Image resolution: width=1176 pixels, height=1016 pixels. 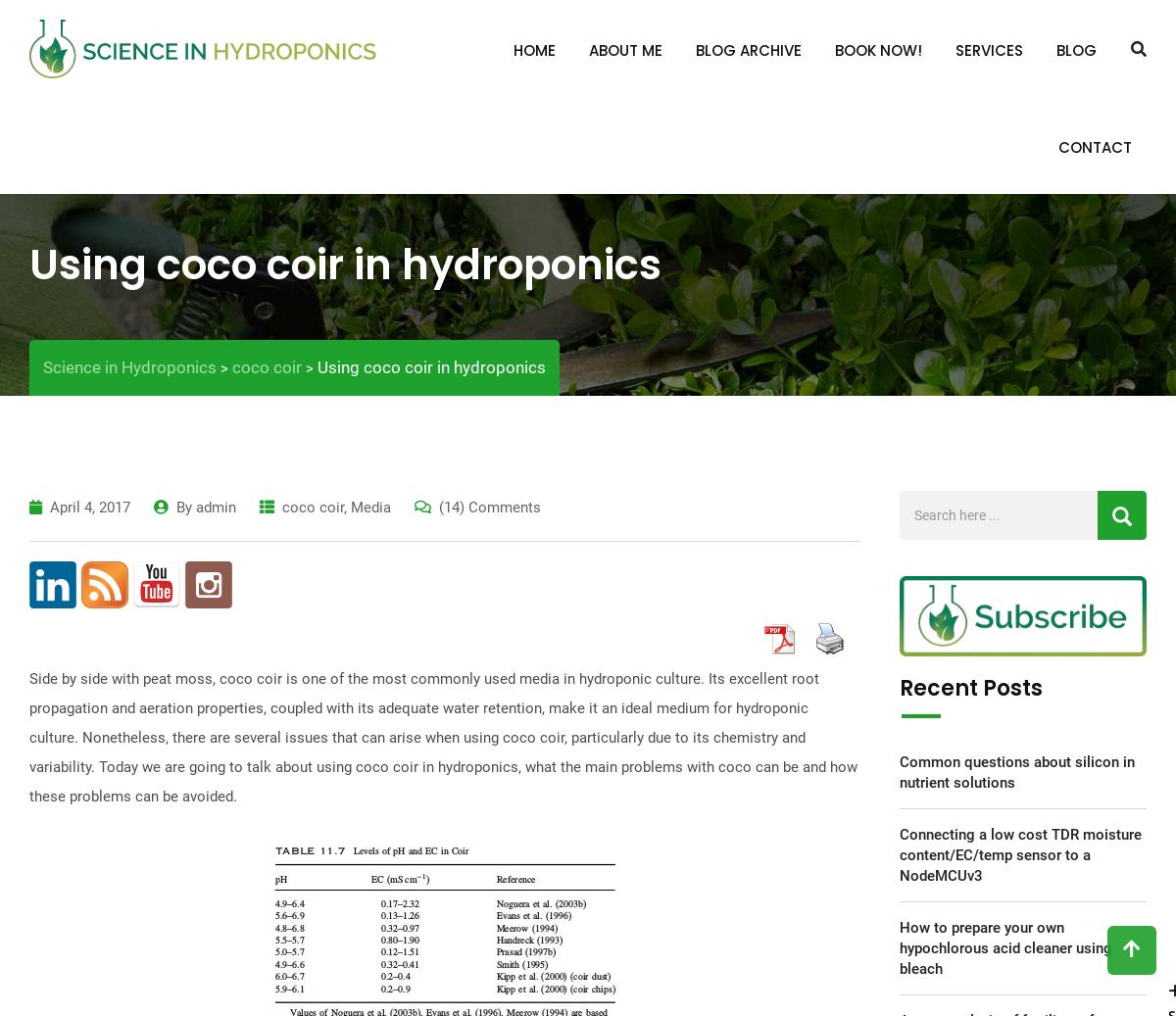 What do you see at coordinates (90, 506) in the screenshot?
I see `'April 4, 2017'` at bounding box center [90, 506].